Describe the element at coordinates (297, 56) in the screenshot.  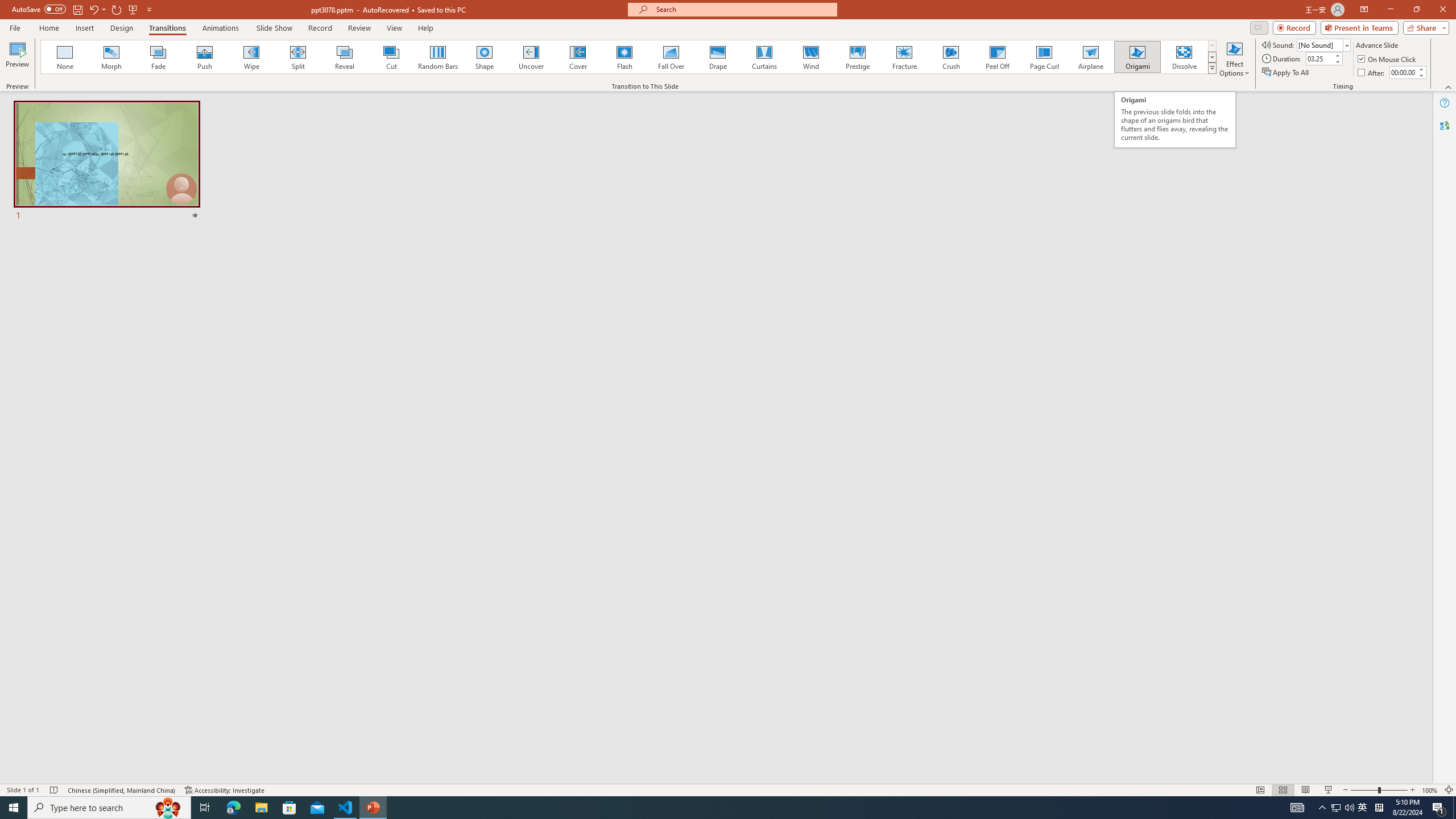
I see `'Split'` at that location.